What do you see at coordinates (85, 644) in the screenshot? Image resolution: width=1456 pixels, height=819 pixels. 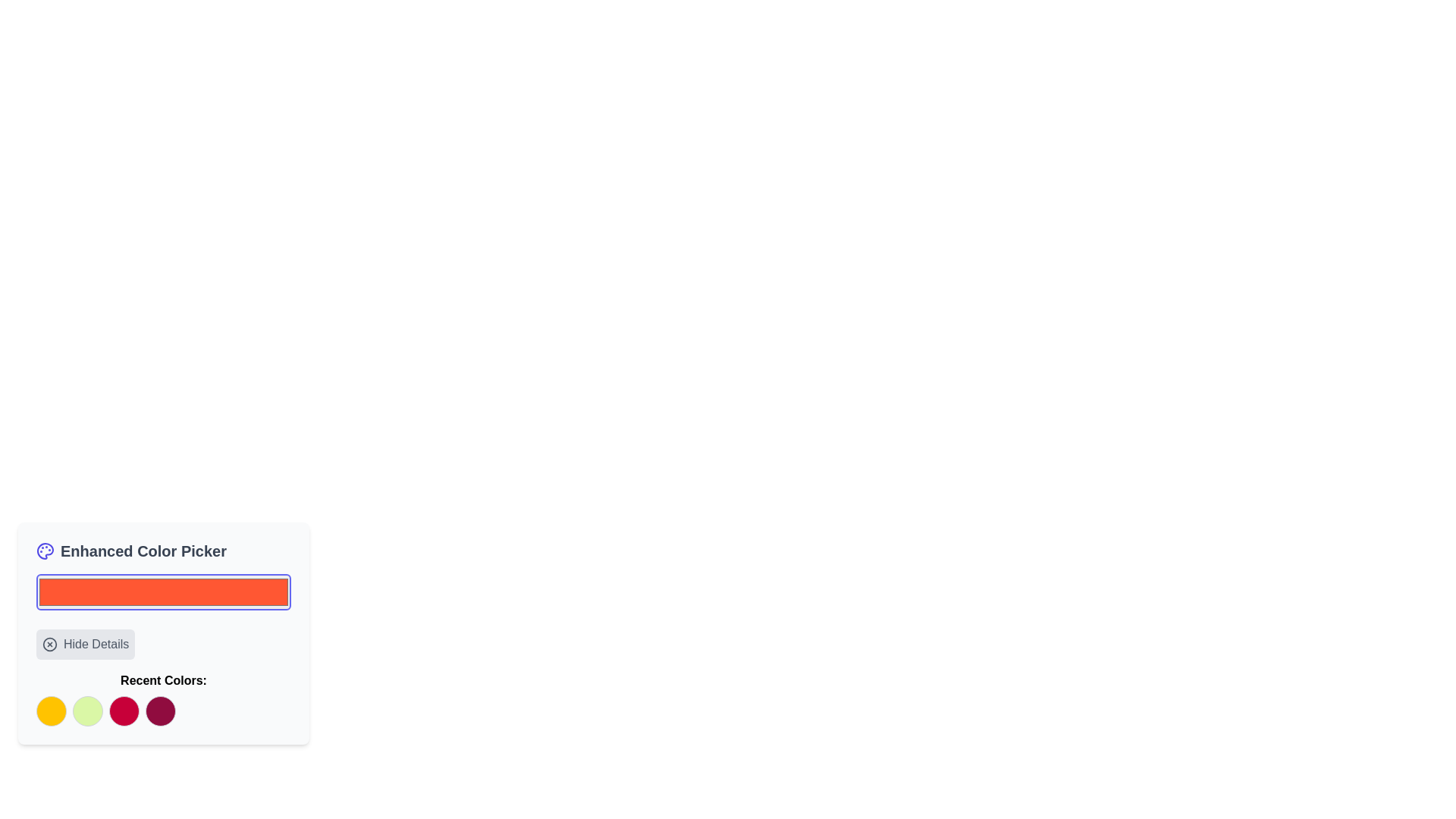 I see `the toggle button located near the top of the 'Recent Colors' section` at bounding box center [85, 644].